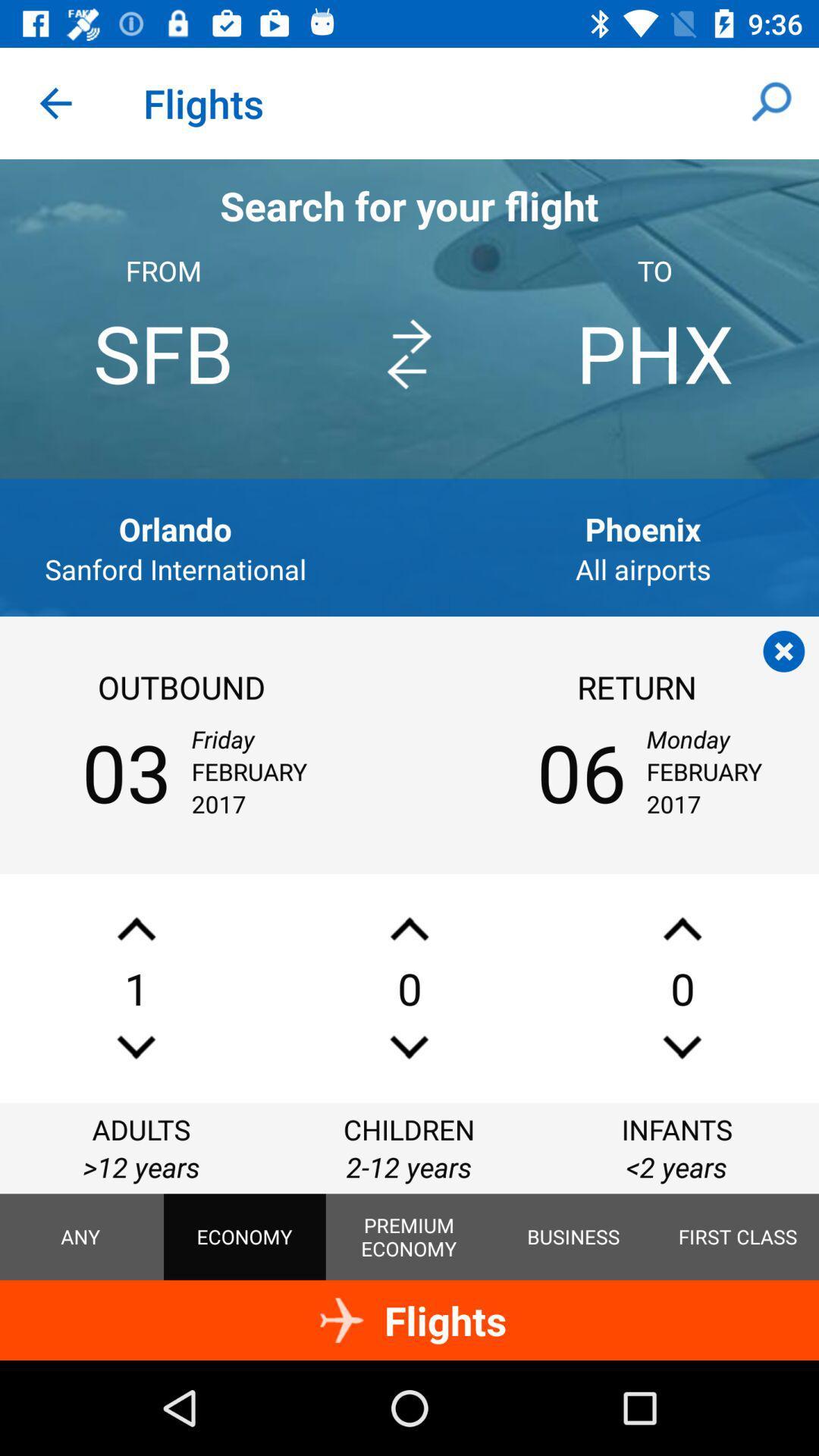  Describe the element at coordinates (136, 928) in the screenshot. I see `the font icon` at that location.